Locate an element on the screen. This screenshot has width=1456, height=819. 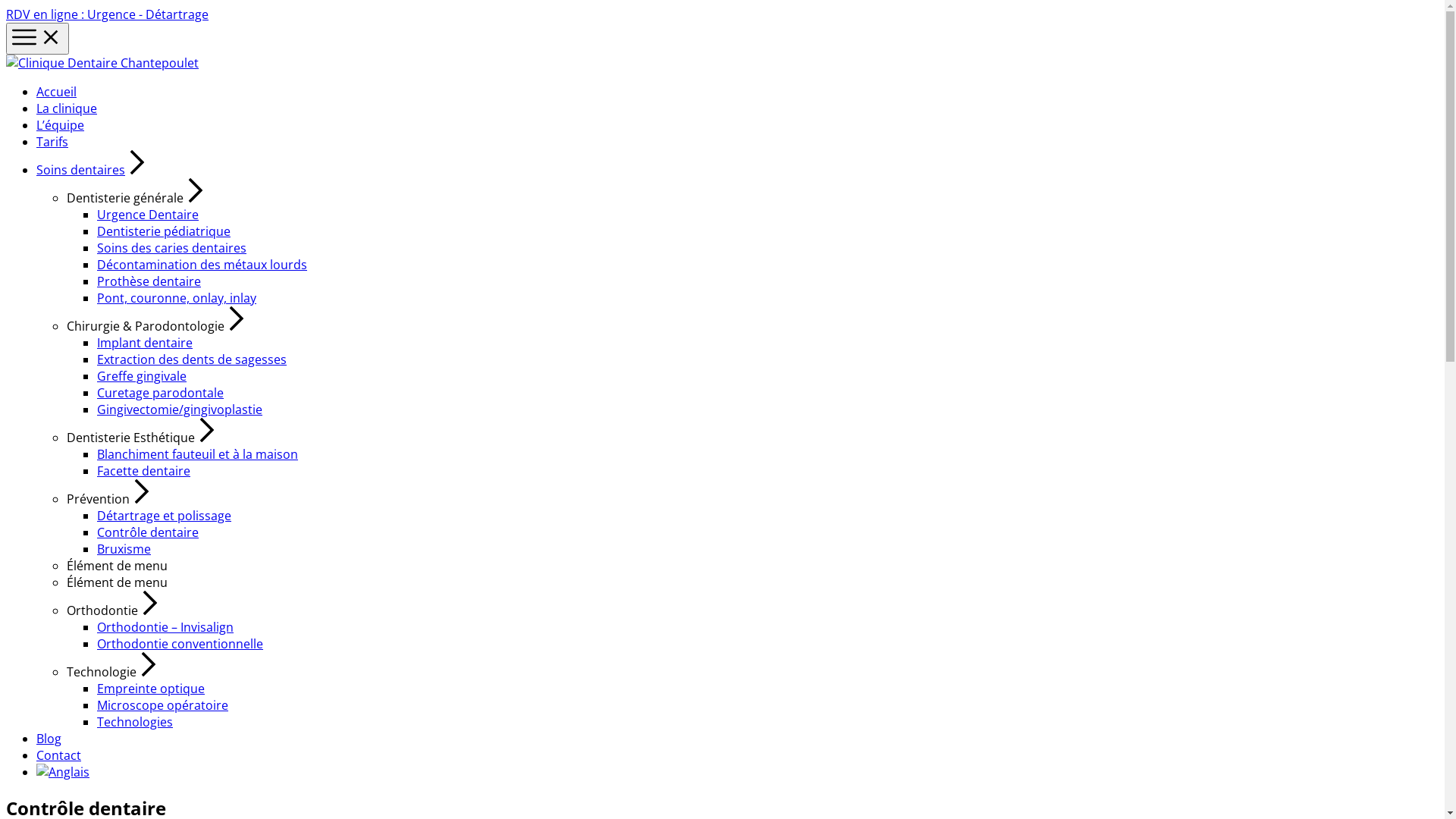
'Urgence Dentaire' is located at coordinates (96, 214).